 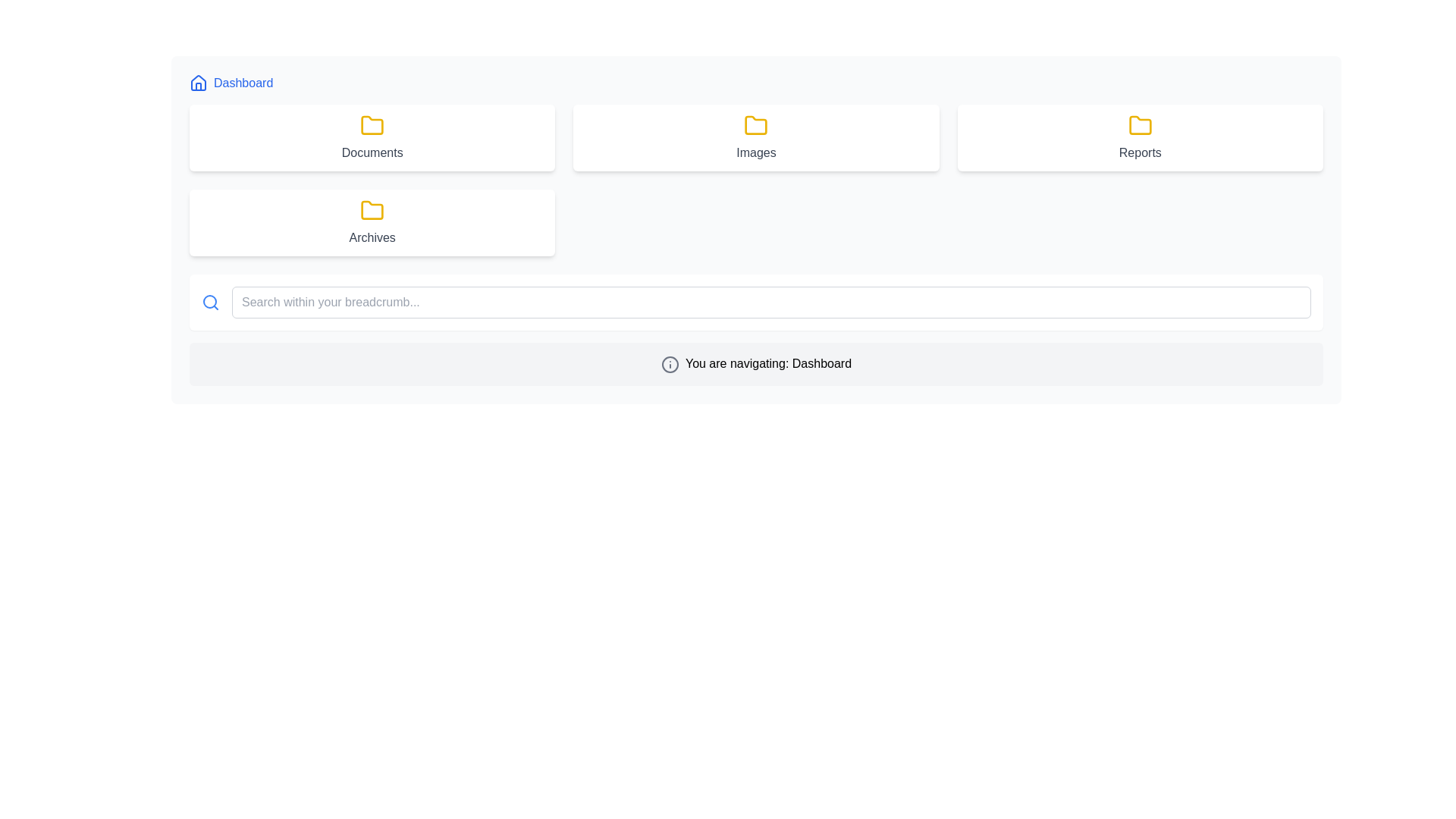 I want to click on the folder icon with a yellow outline located in the fourth card labeled 'Reports', so click(x=1140, y=124).